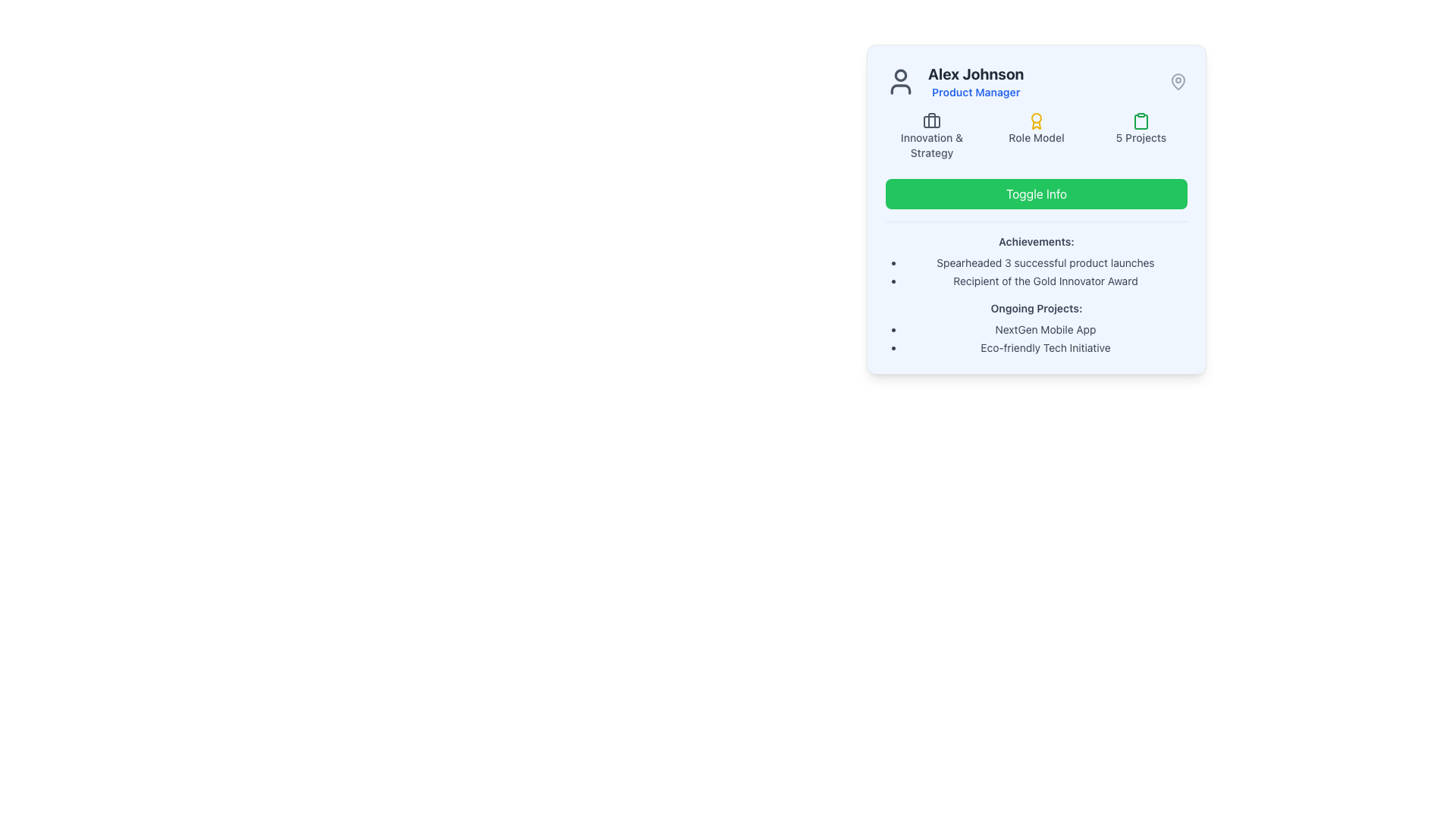 The image size is (1456, 819). What do you see at coordinates (1036, 117) in the screenshot?
I see `the yellow circular SVG element that is part of the medal icon, located above the 'Role Model' text` at bounding box center [1036, 117].